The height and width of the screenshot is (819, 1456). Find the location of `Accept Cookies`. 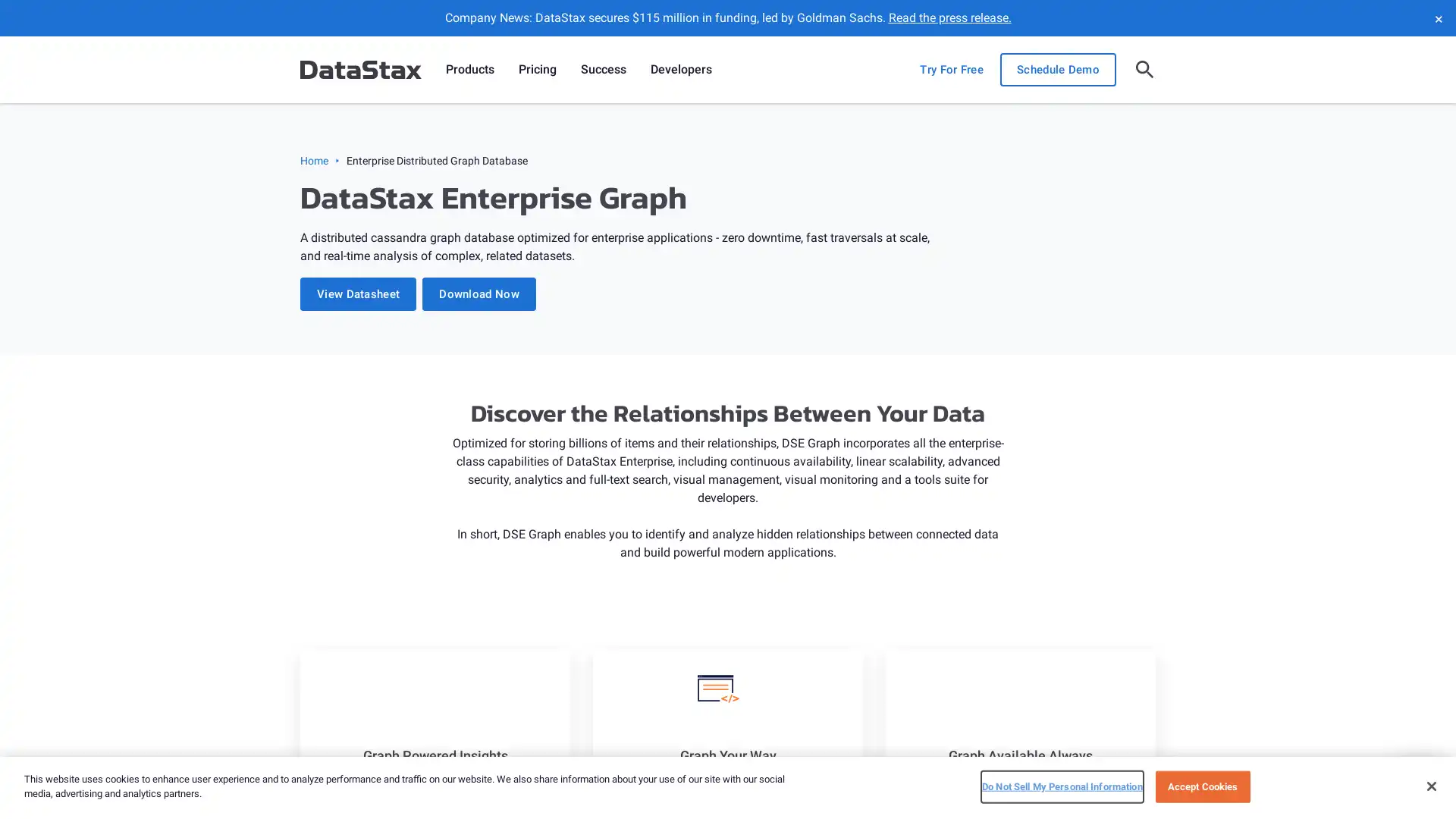

Accept Cookies is located at coordinates (1201, 786).